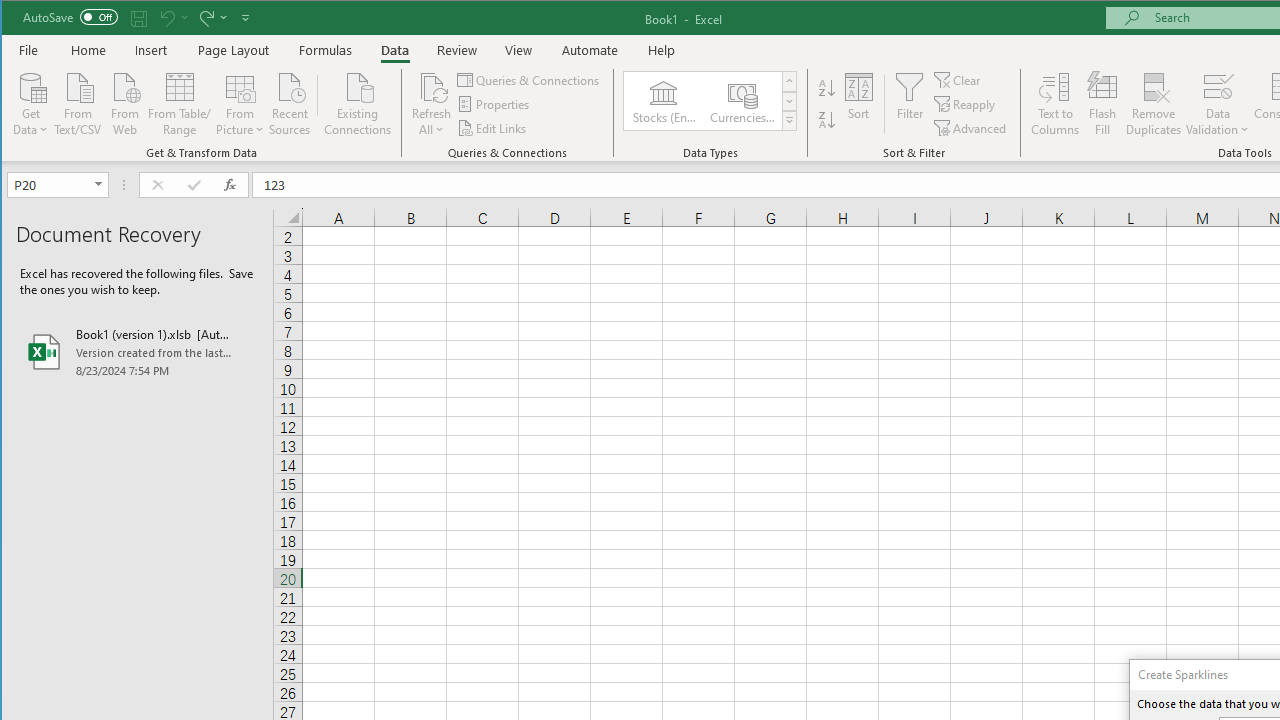 This screenshot has width=1280, height=720. I want to click on 'Recent Sources', so click(289, 102).